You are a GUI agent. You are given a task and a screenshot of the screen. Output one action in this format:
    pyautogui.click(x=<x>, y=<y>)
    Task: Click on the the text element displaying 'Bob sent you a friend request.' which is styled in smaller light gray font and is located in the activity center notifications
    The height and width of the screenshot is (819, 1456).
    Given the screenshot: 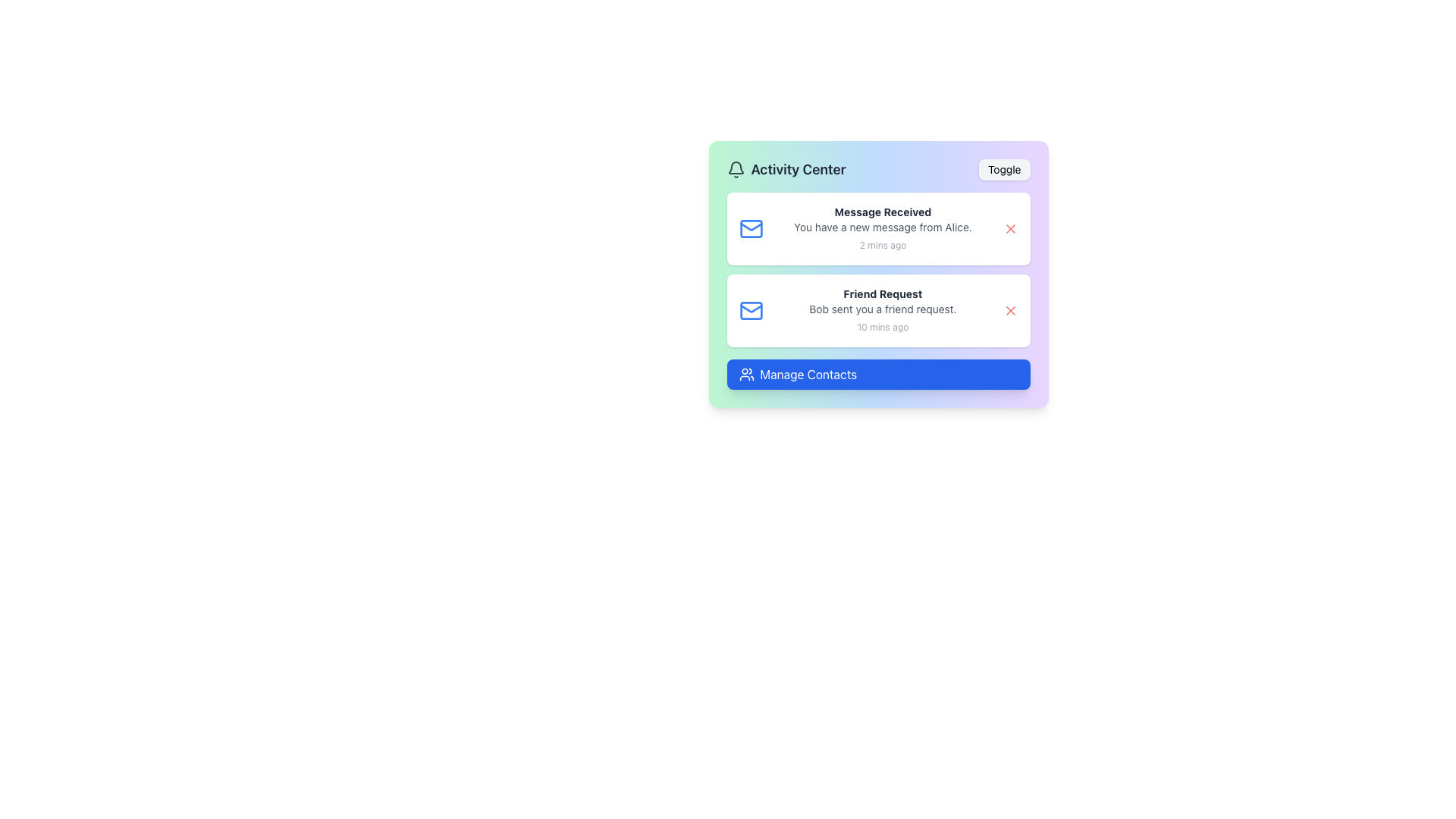 What is the action you would take?
    pyautogui.click(x=883, y=309)
    